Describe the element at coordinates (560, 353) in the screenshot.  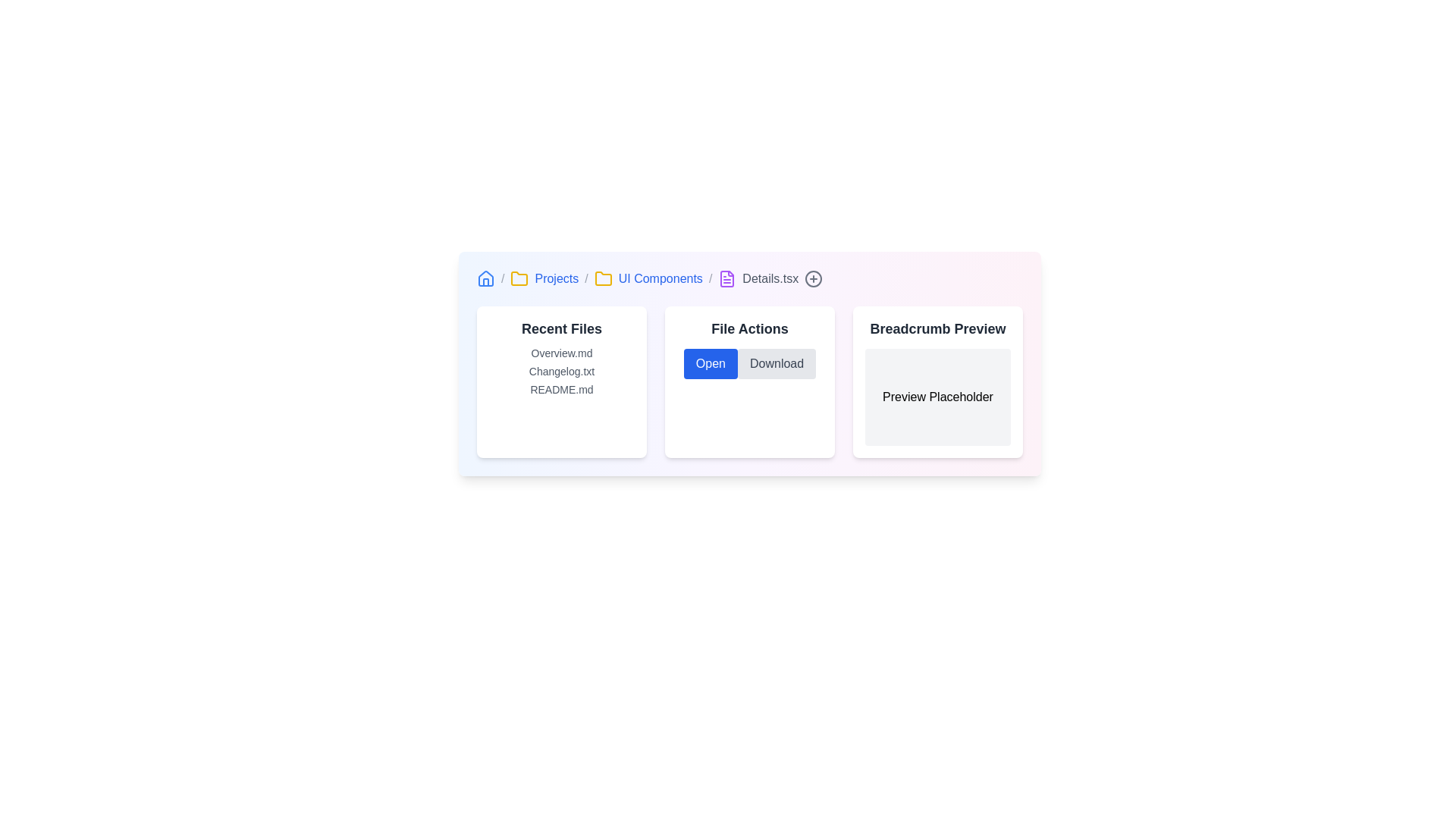
I see `the text label displaying 'Overview.md' in grey color within the 'Recent Files' section` at that location.